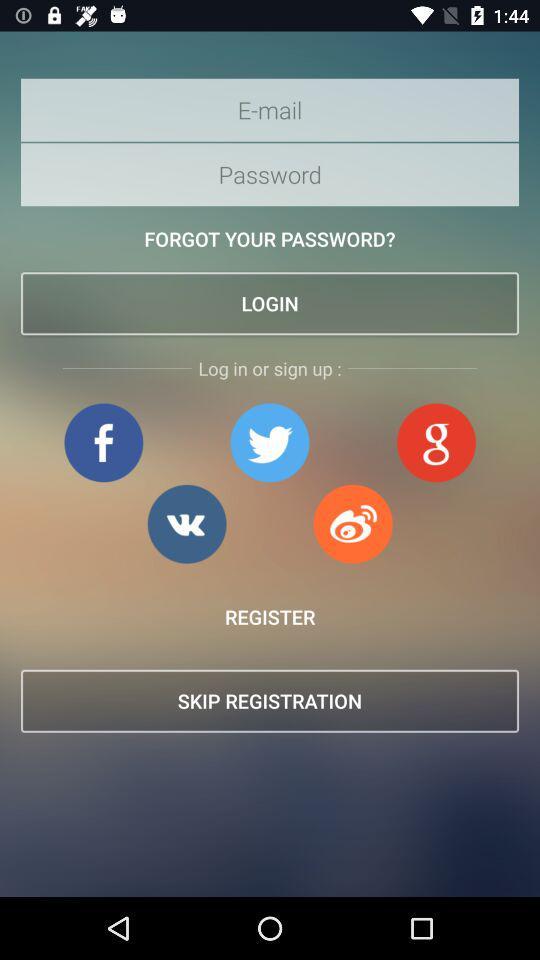 This screenshot has width=540, height=960. Describe the element at coordinates (269, 442) in the screenshot. I see `the twitter icon` at that location.